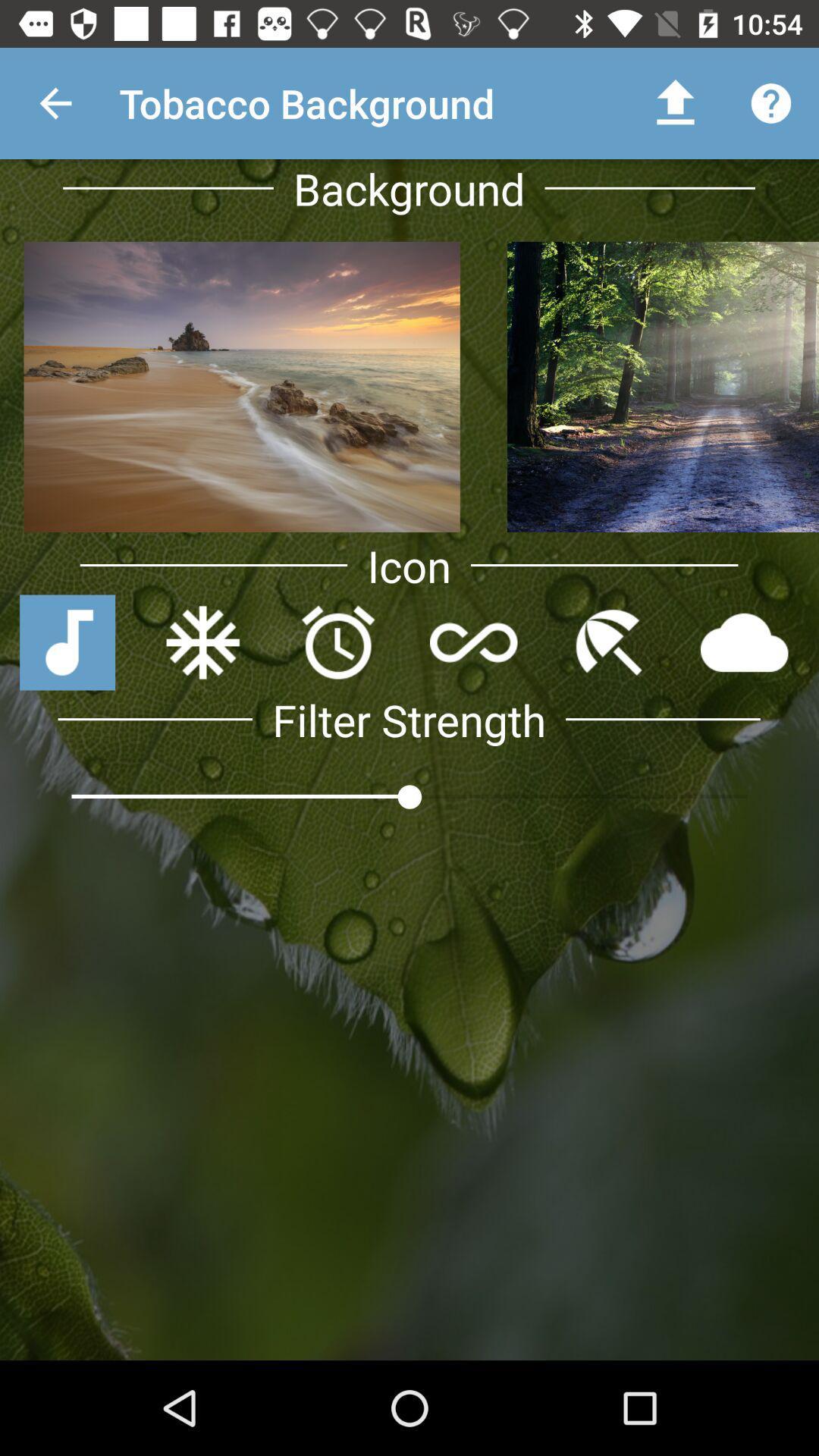 This screenshot has width=819, height=1456. Describe the element at coordinates (744, 643) in the screenshot. I see `the cloud icon which is on the right side below the image` at that location.